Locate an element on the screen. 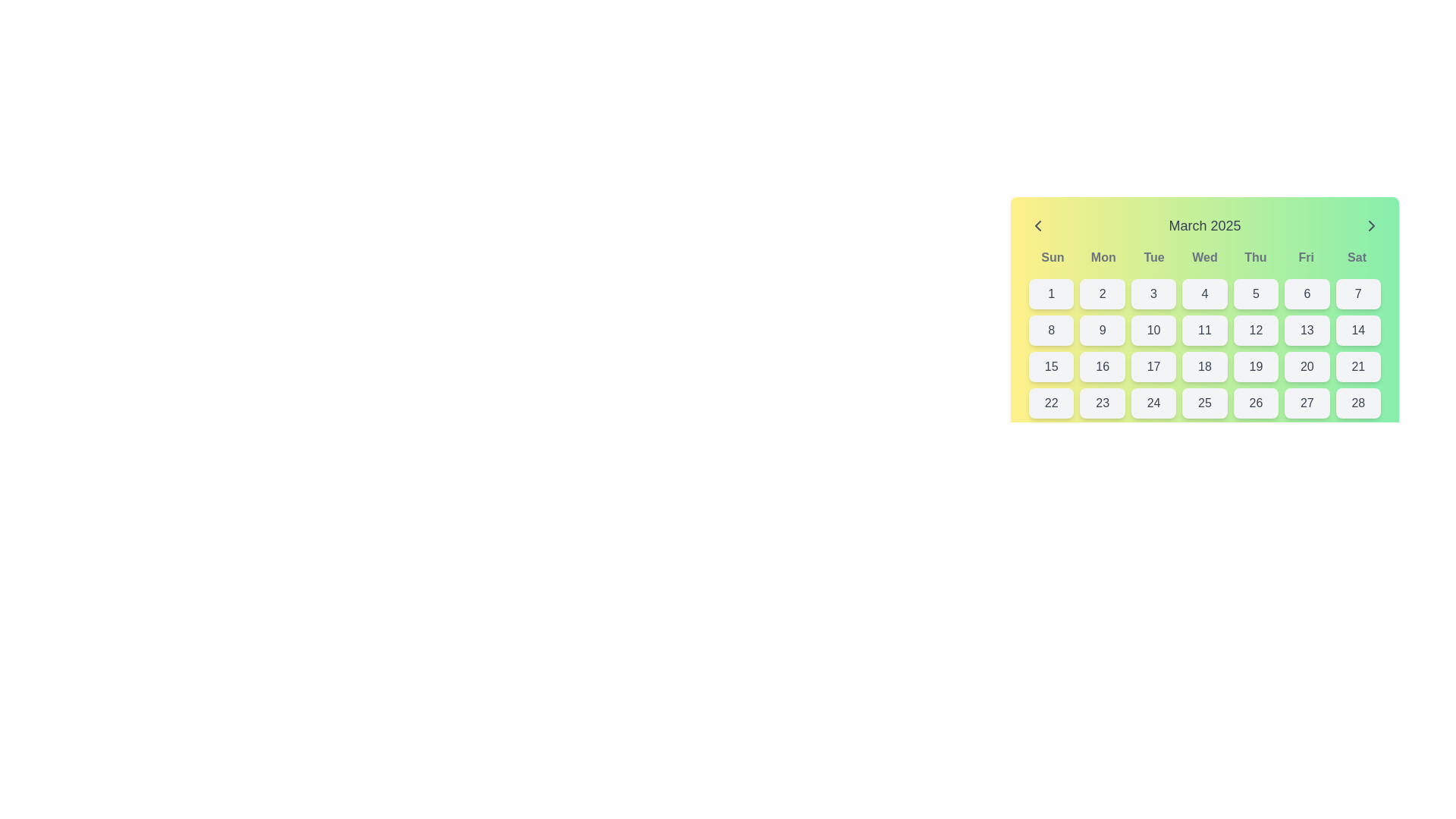 The height and width of the screenshot is (819, 1456). the navigation button located on the far right side of the header section of the calendar interface to move to the next month is located at coordinates (1372, 225).